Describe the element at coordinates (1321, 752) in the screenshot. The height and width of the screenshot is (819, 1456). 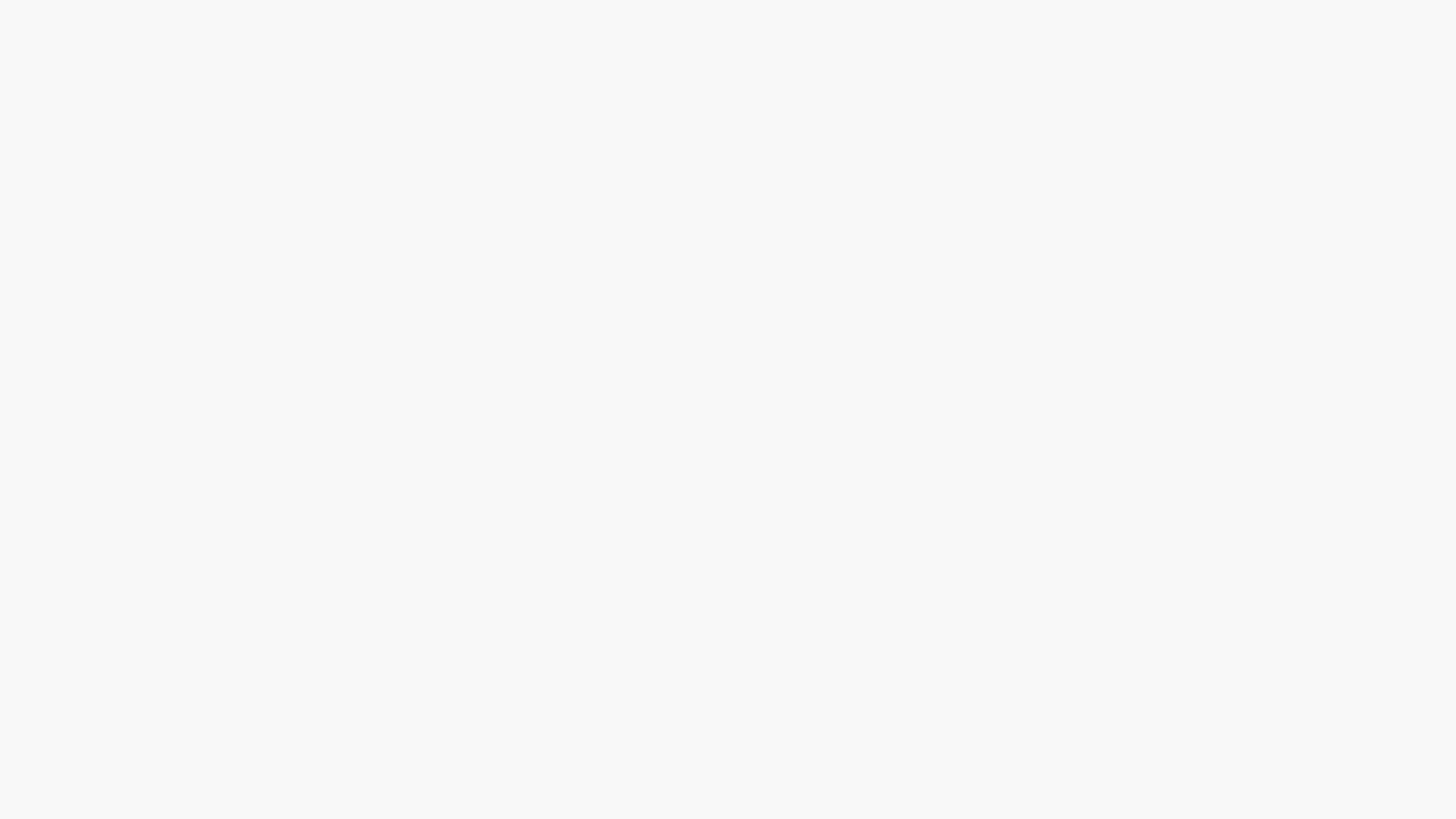
I see `Botao Compartilhar` at that location.